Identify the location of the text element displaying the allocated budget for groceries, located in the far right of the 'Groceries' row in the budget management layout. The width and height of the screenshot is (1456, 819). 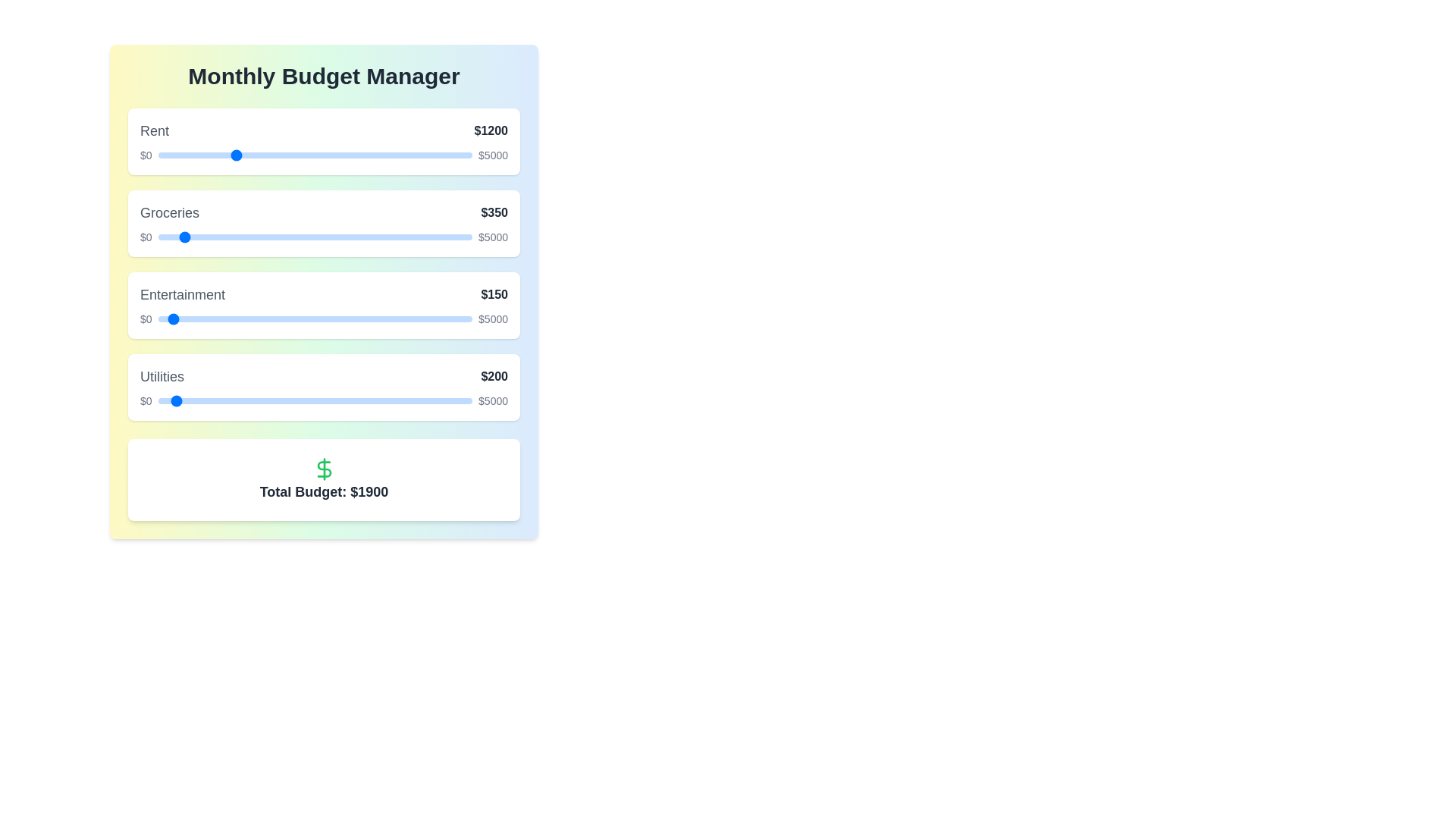
(494, 213).